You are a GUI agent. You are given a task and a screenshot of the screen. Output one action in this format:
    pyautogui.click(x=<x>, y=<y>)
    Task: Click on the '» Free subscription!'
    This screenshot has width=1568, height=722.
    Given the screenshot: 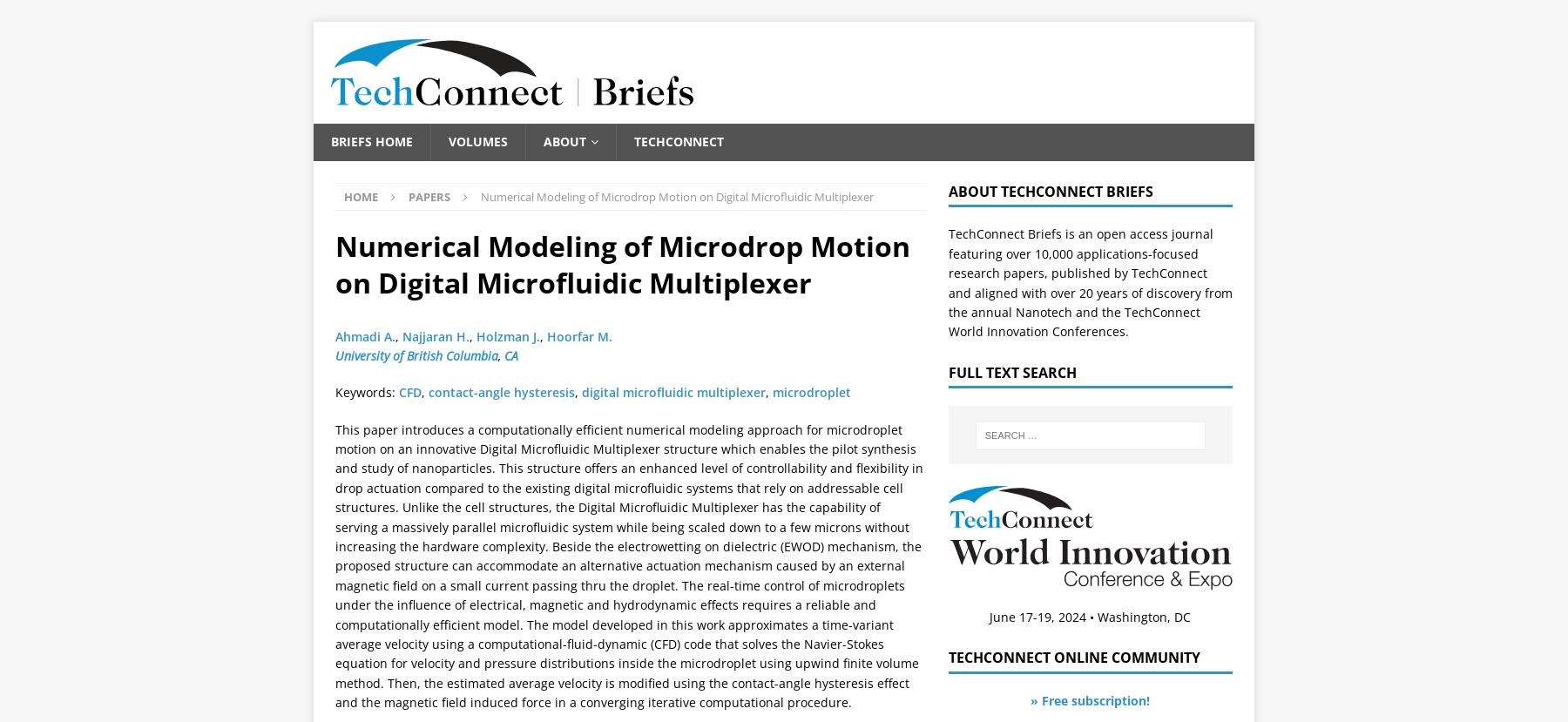 What is the action you would take?
    pyautogui.click(x=1090, y=698)
    